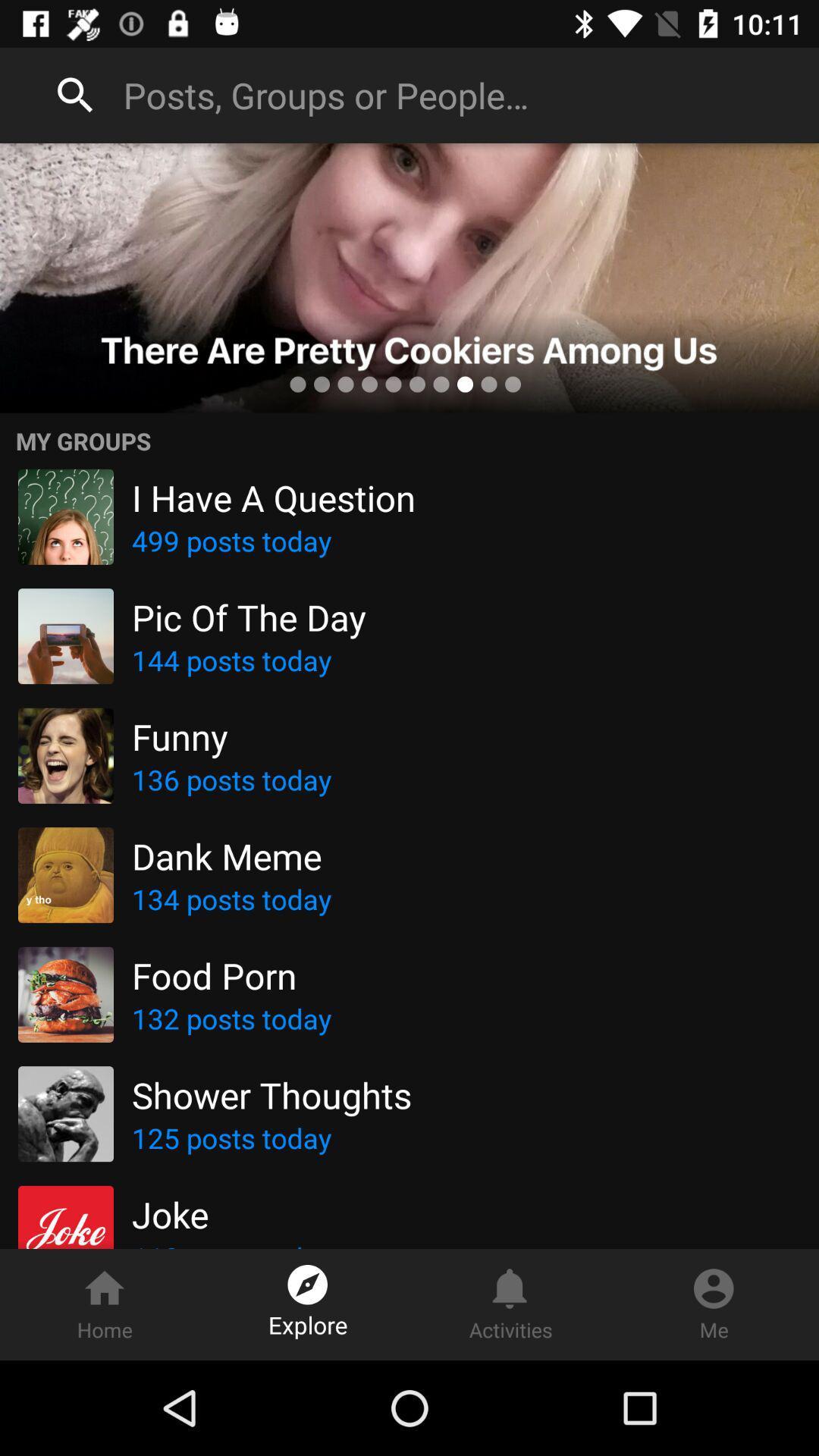  What do you see at coordinates (76, 95) in the screenshot?
I see `goto search` at bounding box center [76, 95].